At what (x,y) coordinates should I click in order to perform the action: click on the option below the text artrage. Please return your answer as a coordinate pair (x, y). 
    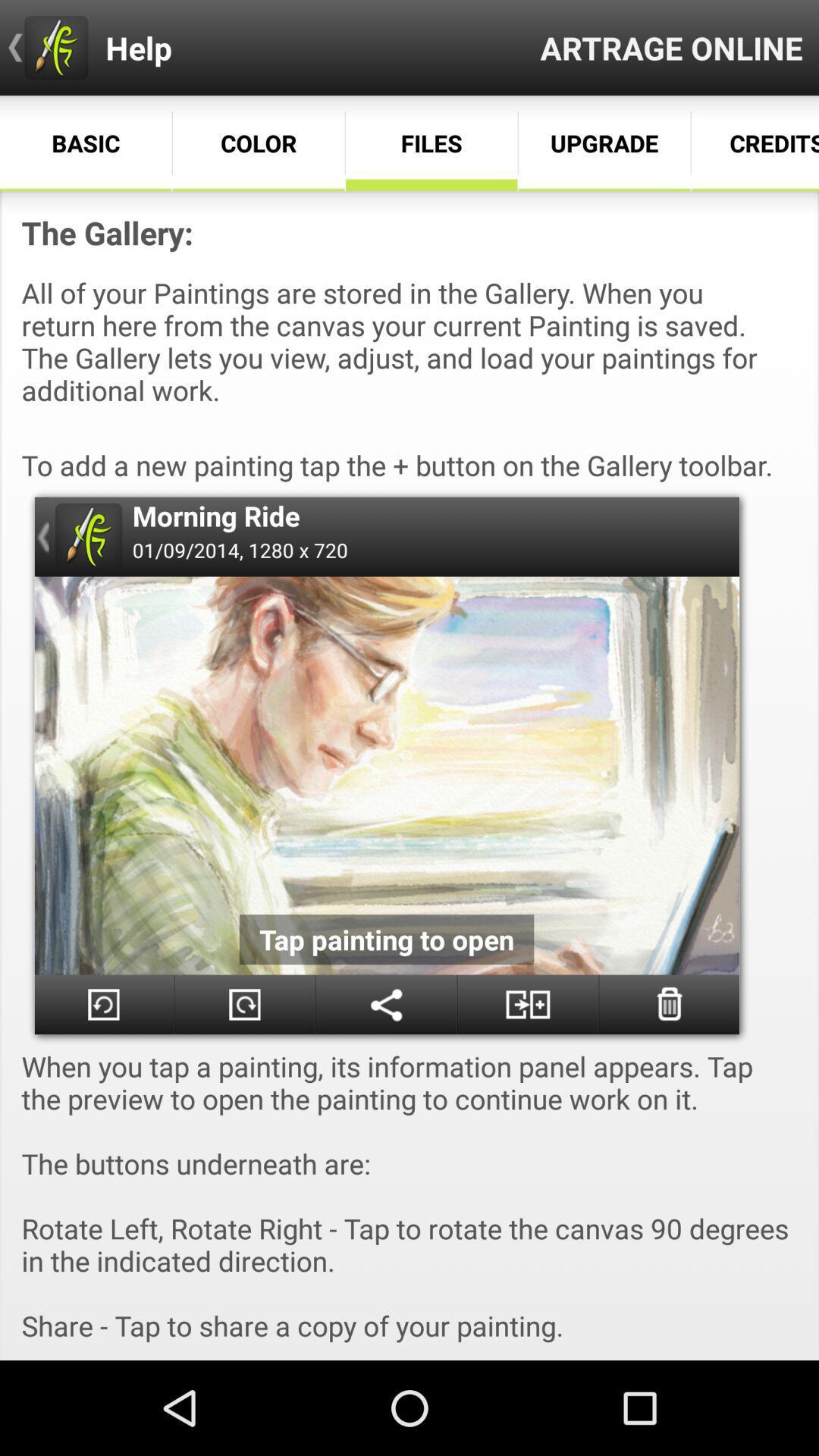
    Looking at the image, I should click on (604, 143).